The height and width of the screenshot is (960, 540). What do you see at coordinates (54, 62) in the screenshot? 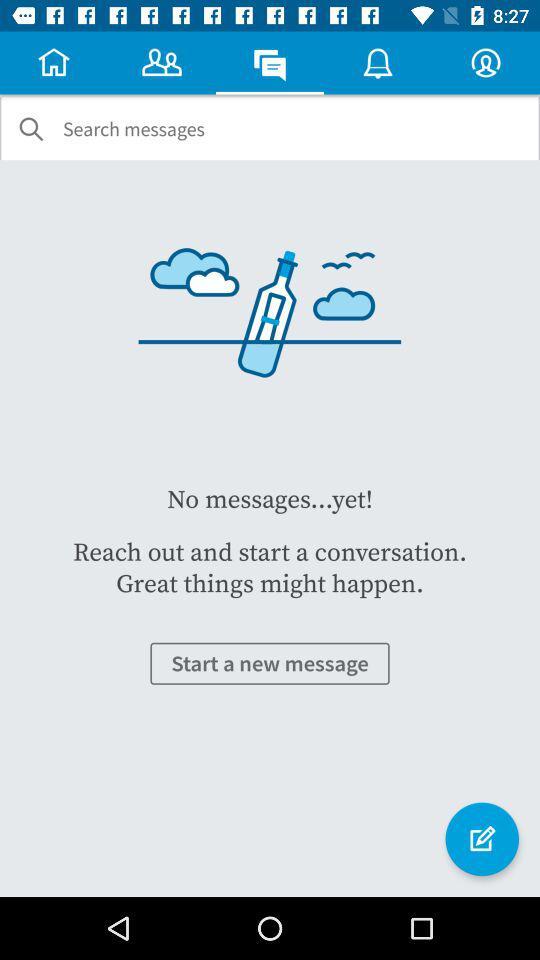
I see `the home button` at bounding box center [54, 62].